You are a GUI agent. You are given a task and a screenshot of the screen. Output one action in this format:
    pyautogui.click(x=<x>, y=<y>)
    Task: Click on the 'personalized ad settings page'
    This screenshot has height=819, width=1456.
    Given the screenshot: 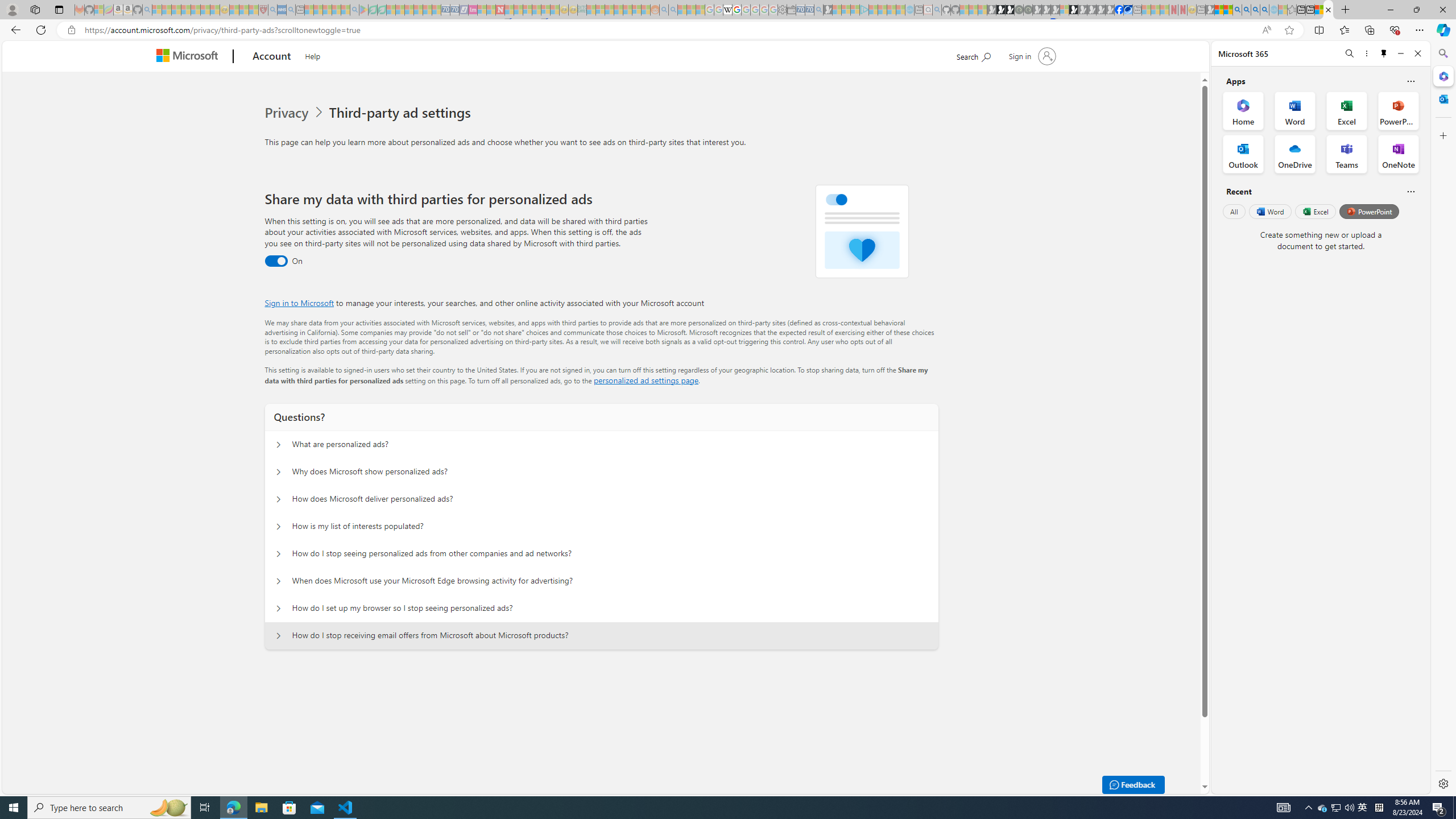 What is the action you would take?
    pyautogui.click(x=645, y=379)
    